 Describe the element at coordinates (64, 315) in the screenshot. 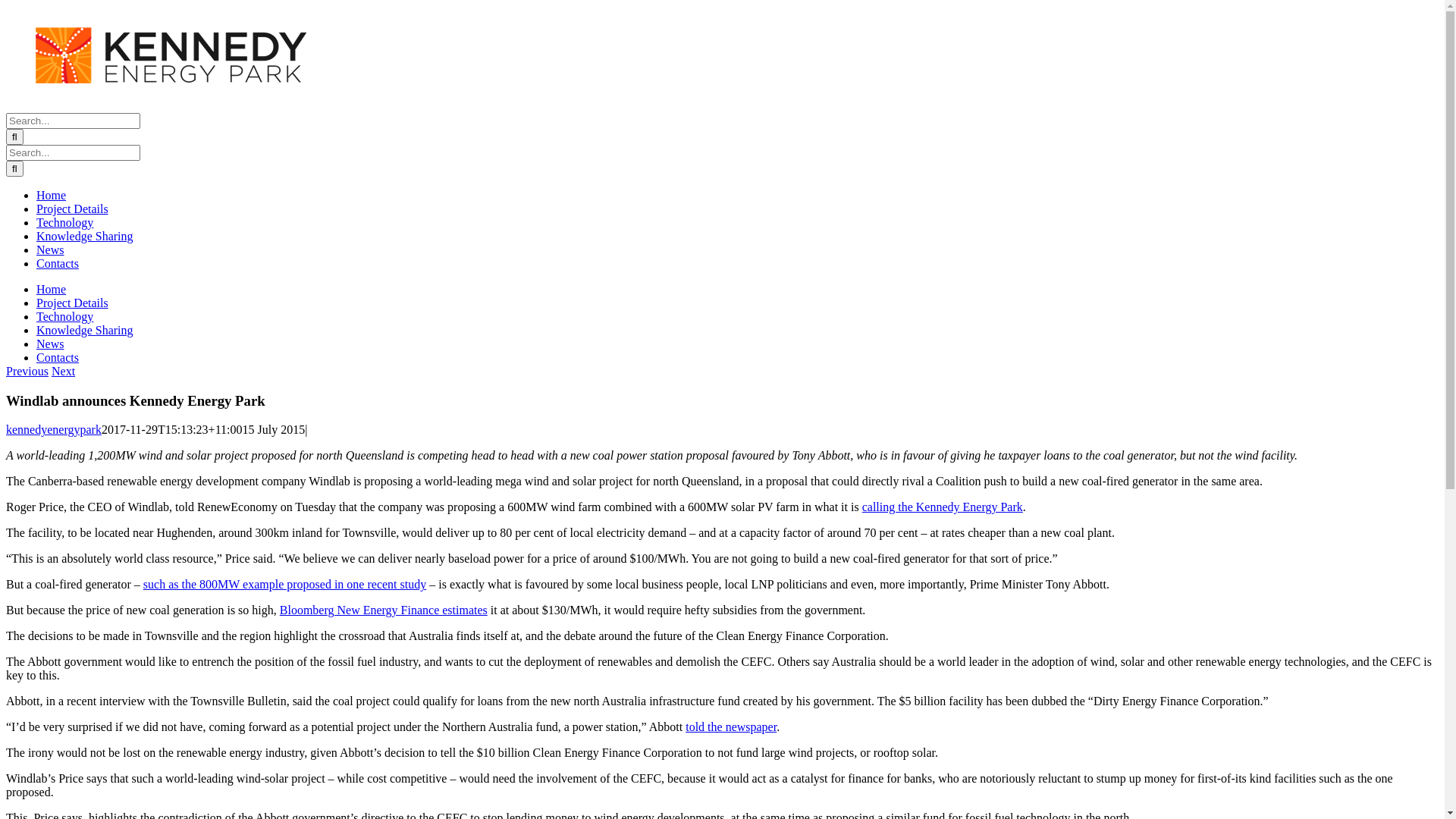

I see `'Technology'` at that location.